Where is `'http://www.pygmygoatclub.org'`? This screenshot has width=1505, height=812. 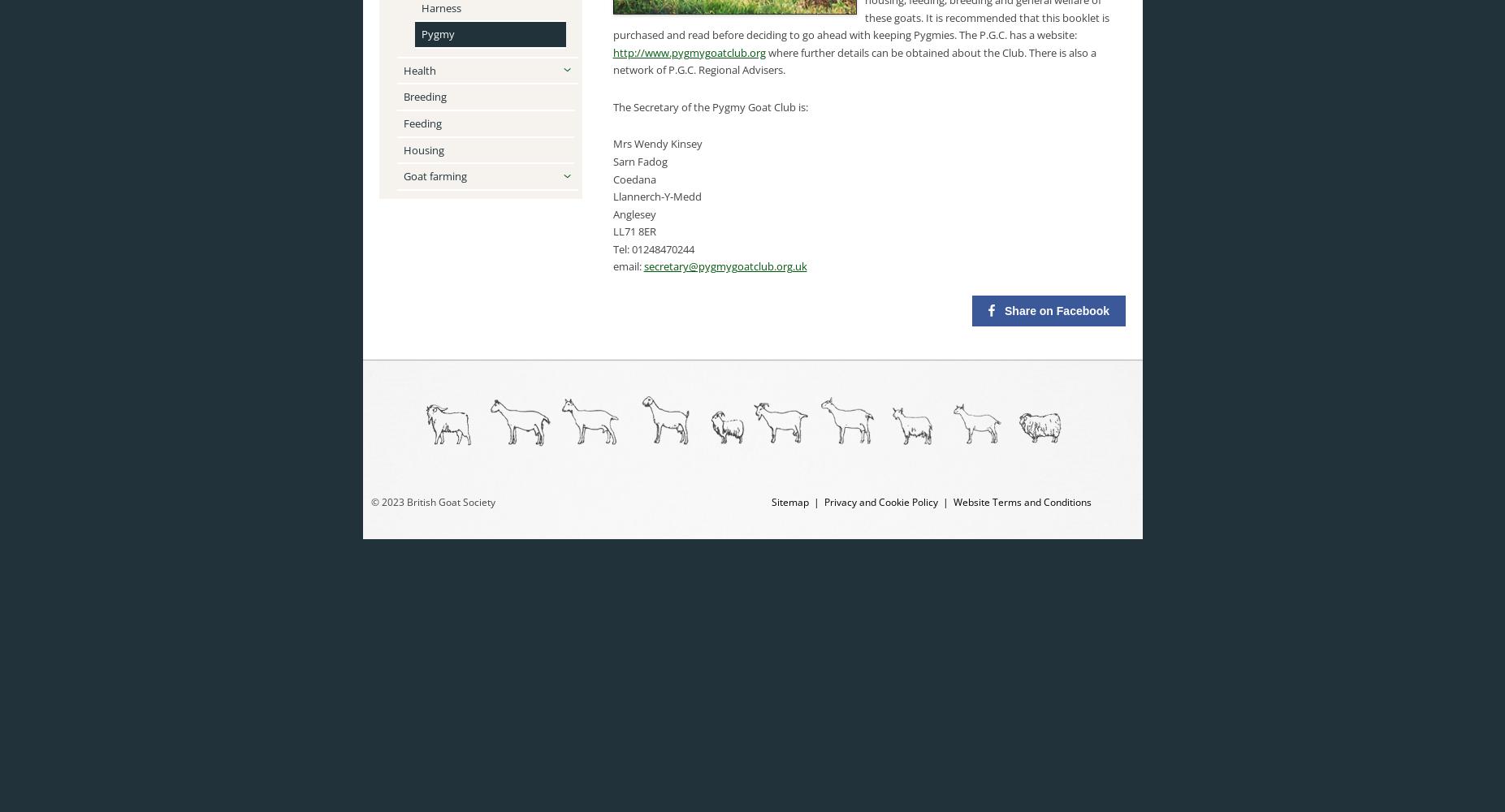 'http://www.pygmygoatclub.org' is located at coordinates (611, 51).